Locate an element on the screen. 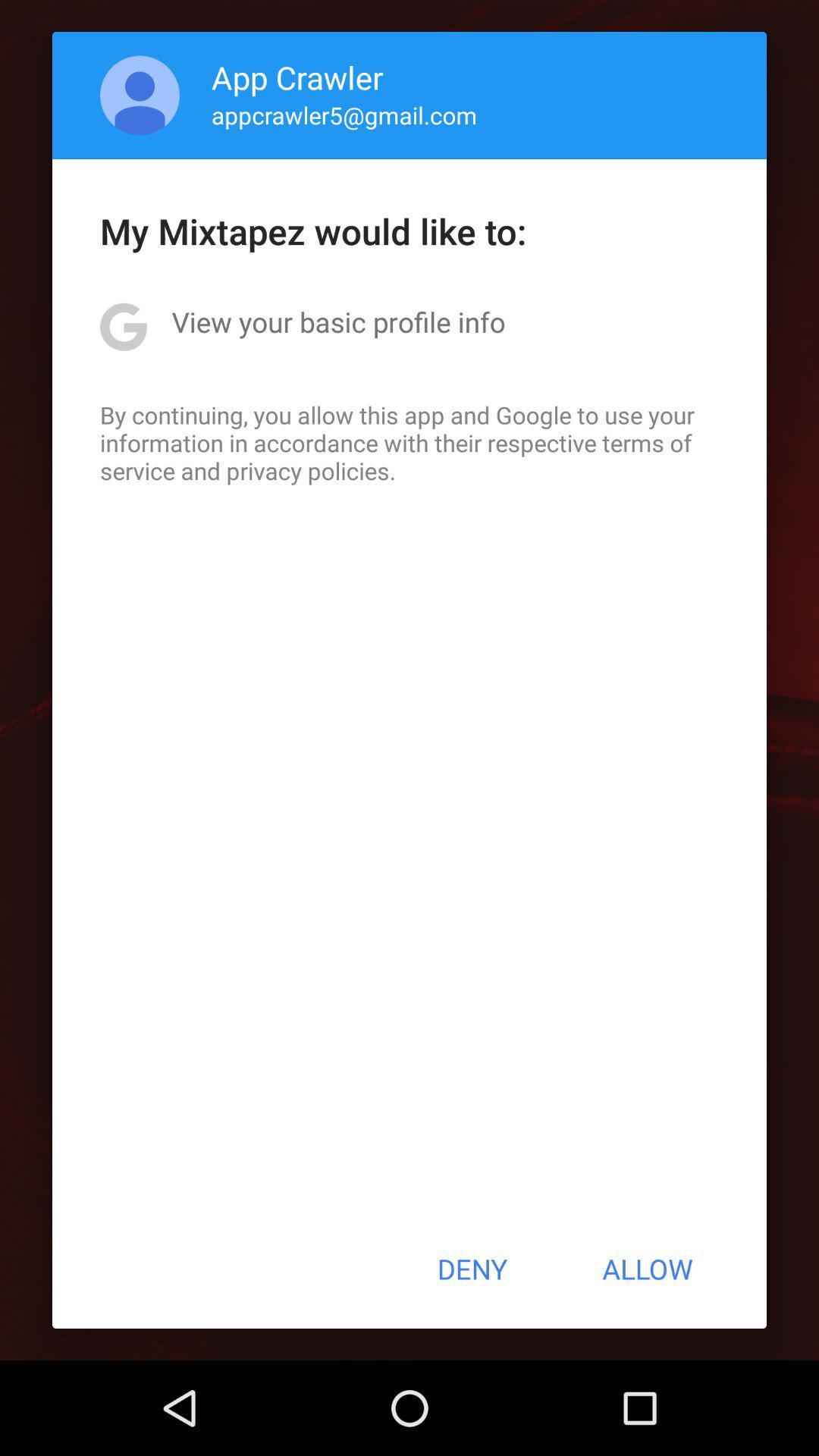 Image resolution: width=819 pixels, height=1456 pixels. the item above appcrawler5@gmail.com is located at coordinates (297, 76).